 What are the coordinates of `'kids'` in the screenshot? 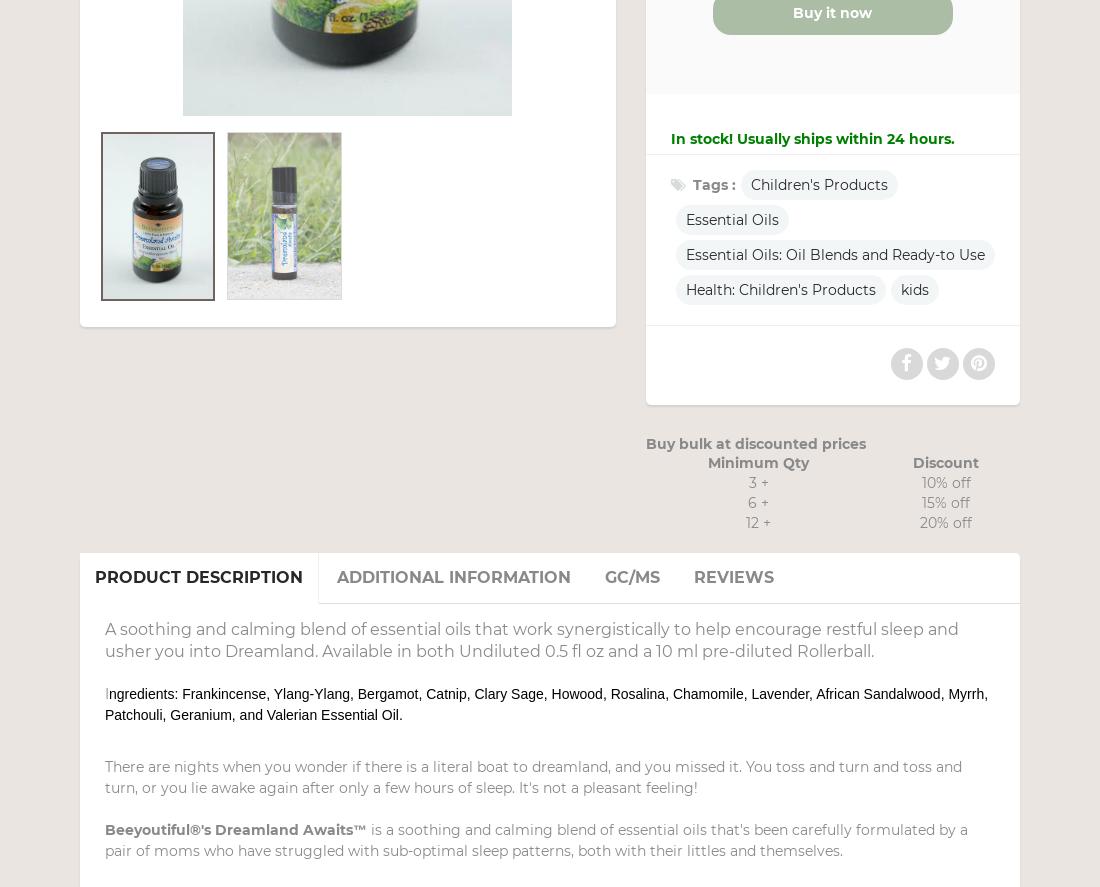 It's located at (913, 288).